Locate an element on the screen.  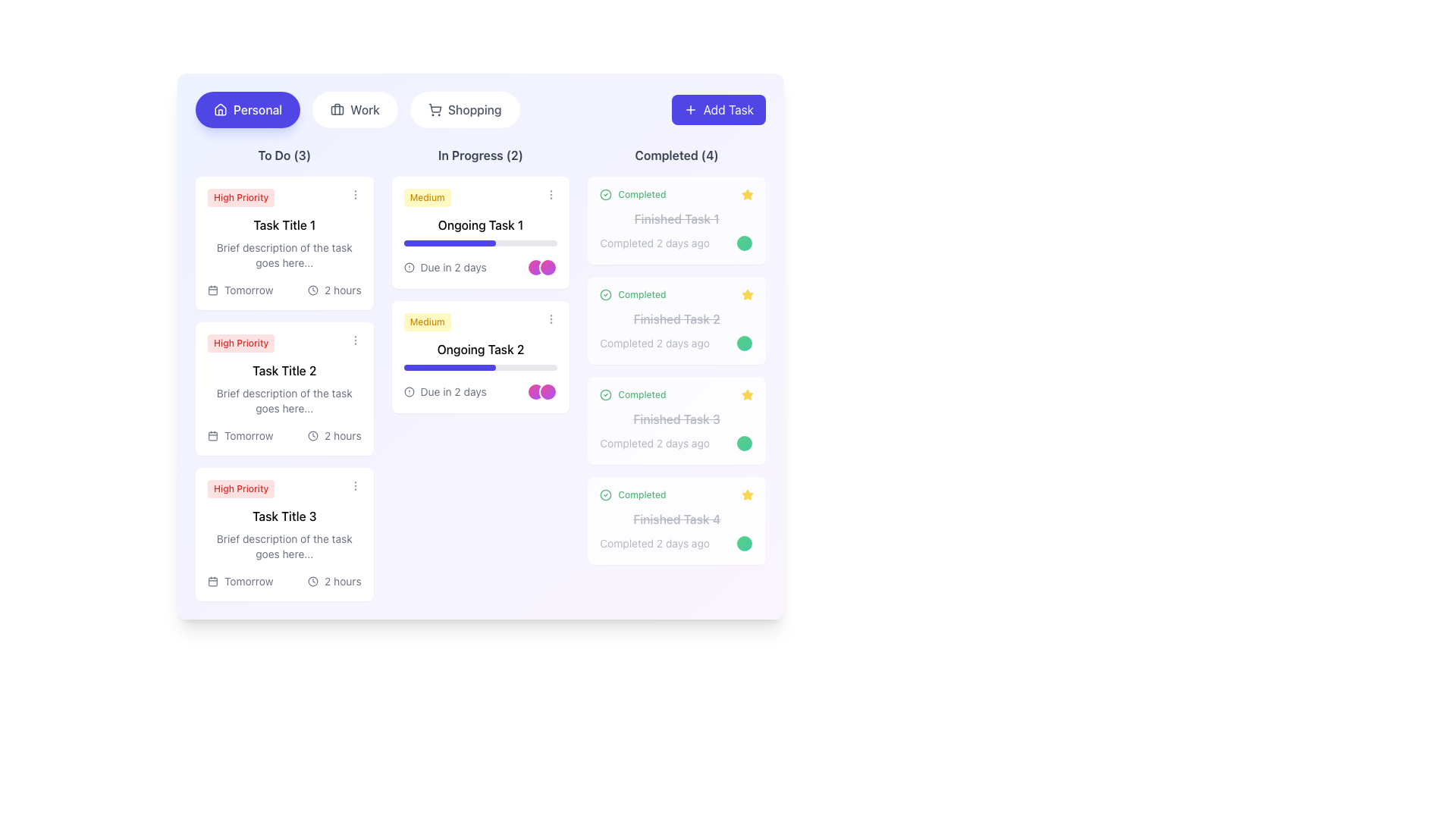
the timestamp text label located at the bottom of the fourth task card in the 'Completed' section, which is next to a green circular indicator is located at coordinates (676, 543).